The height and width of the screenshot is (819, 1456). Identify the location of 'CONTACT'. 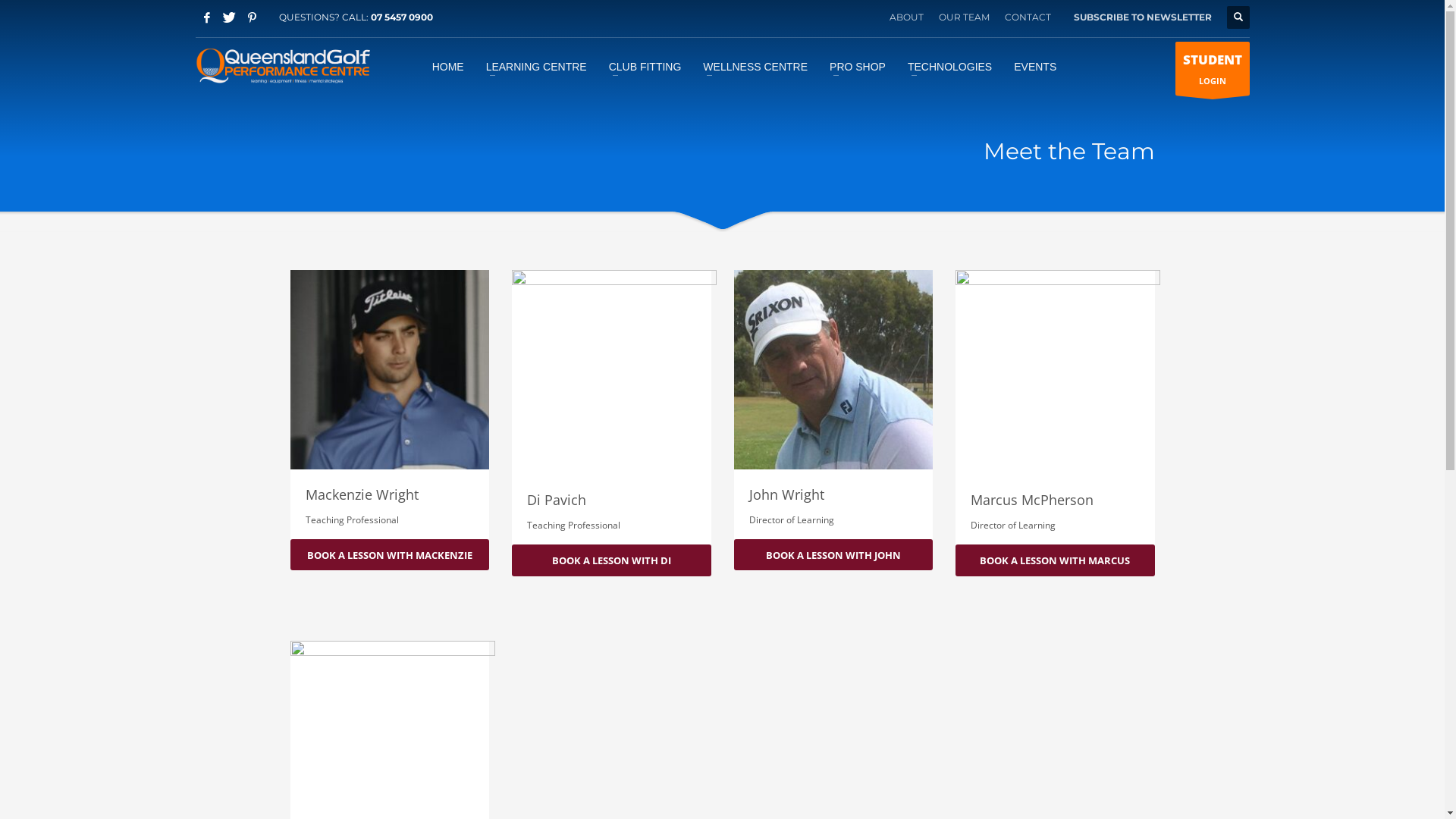
(1004, 17).